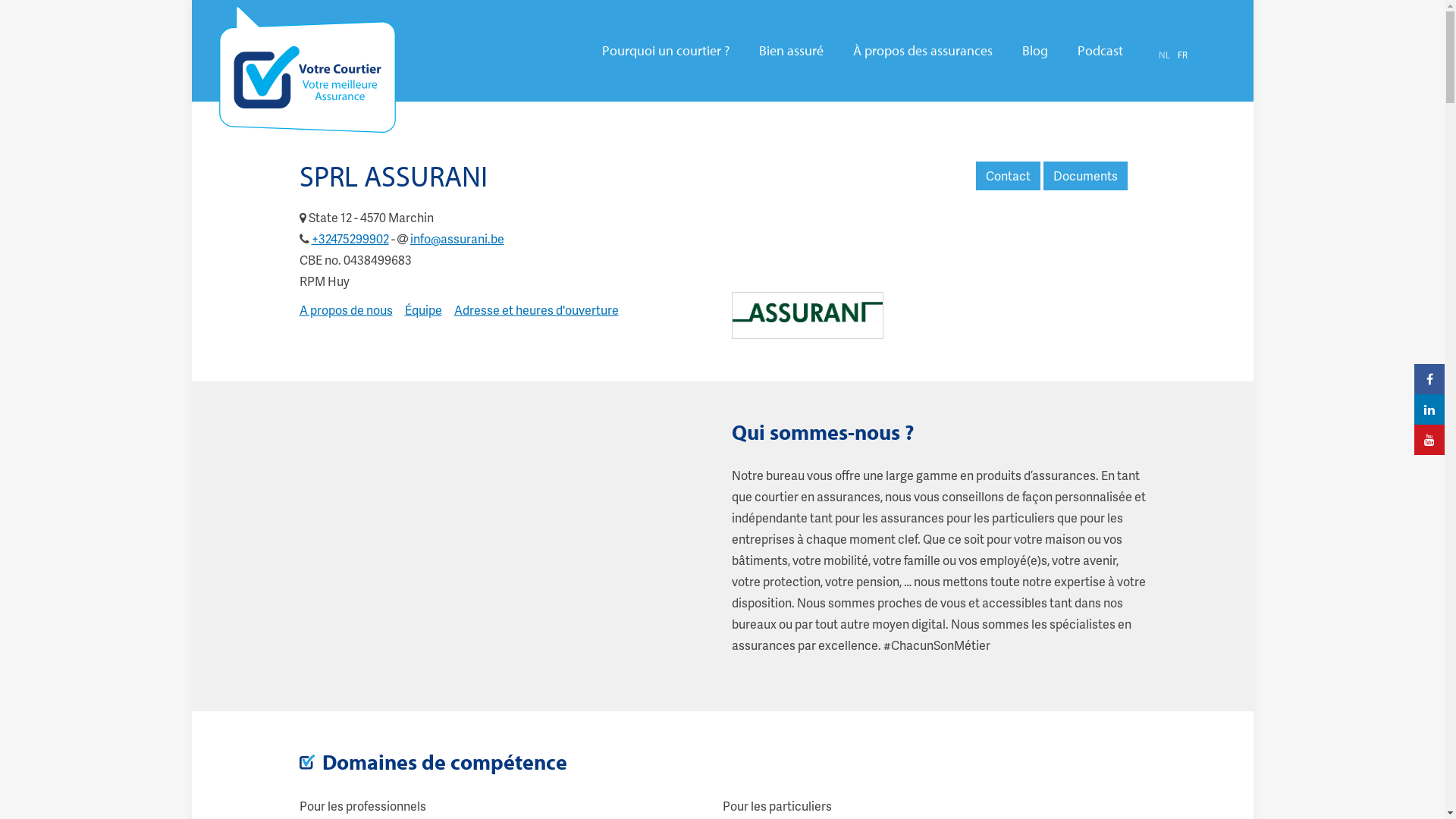  I want to click on 'A propos de nous', so click(344, 309).